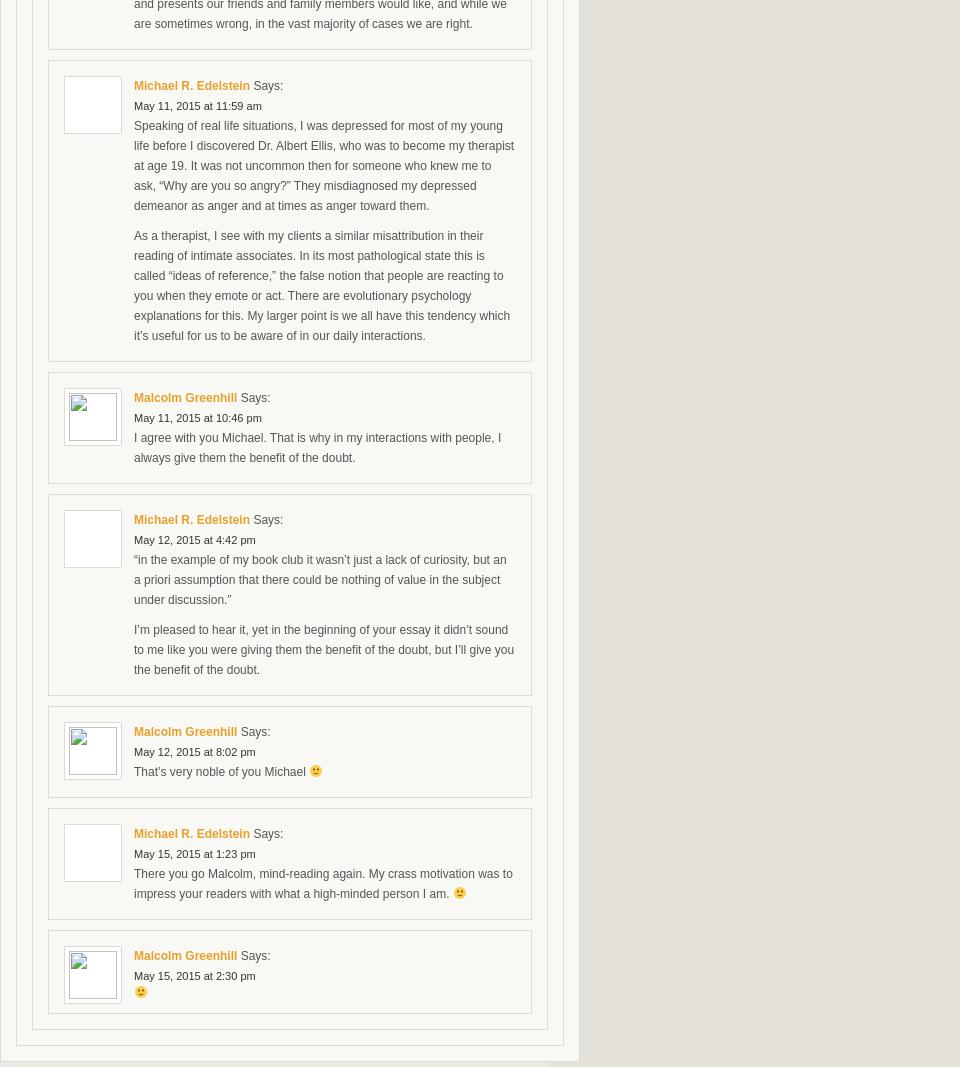  Describe the element at coordinates (317, 447) in the screenshot. I see `'I agree with you Michael. That is why in my interactions with people, I always give them the benefit of the doubt.'` at that location.